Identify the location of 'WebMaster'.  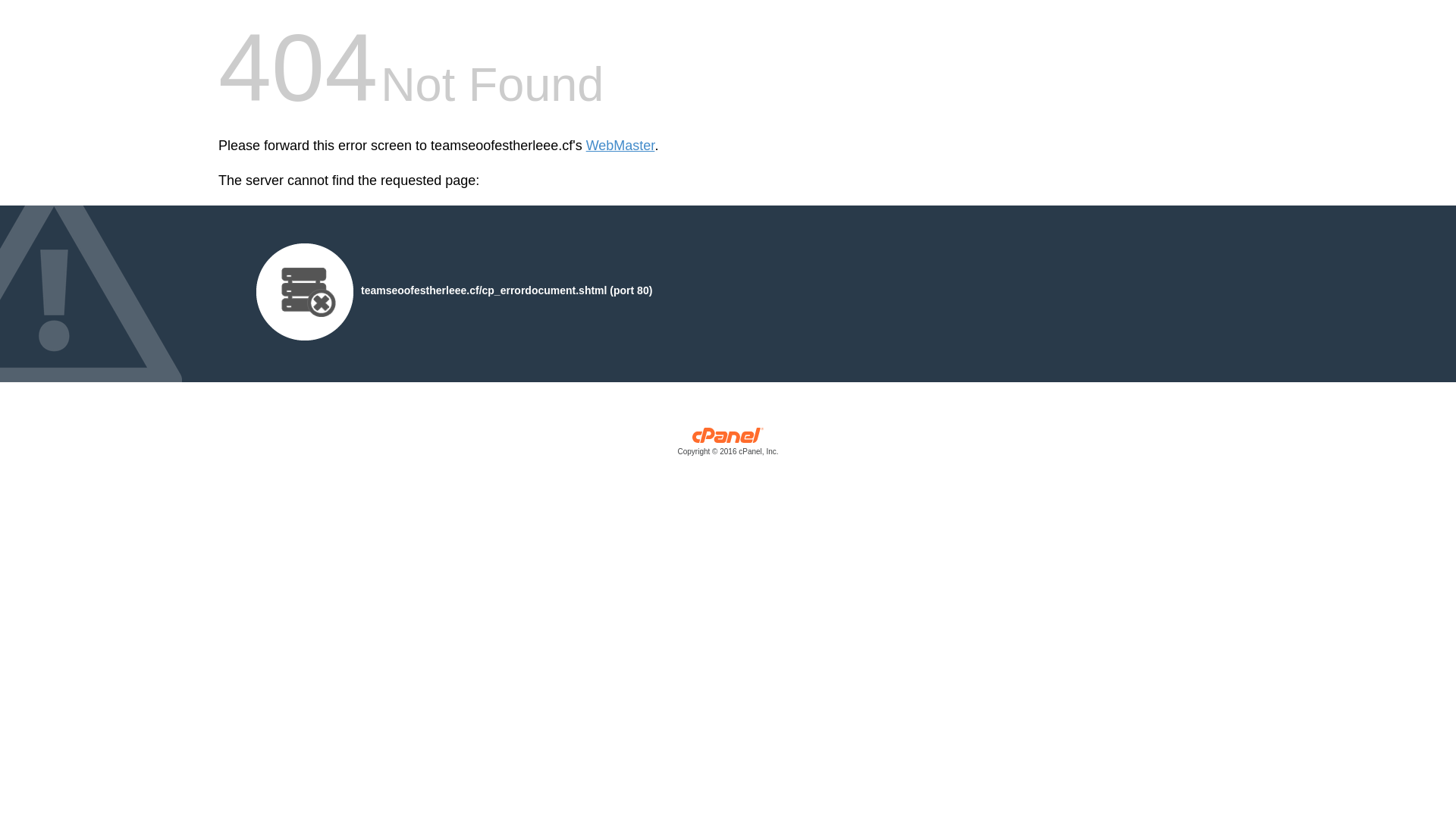
(620, 146).